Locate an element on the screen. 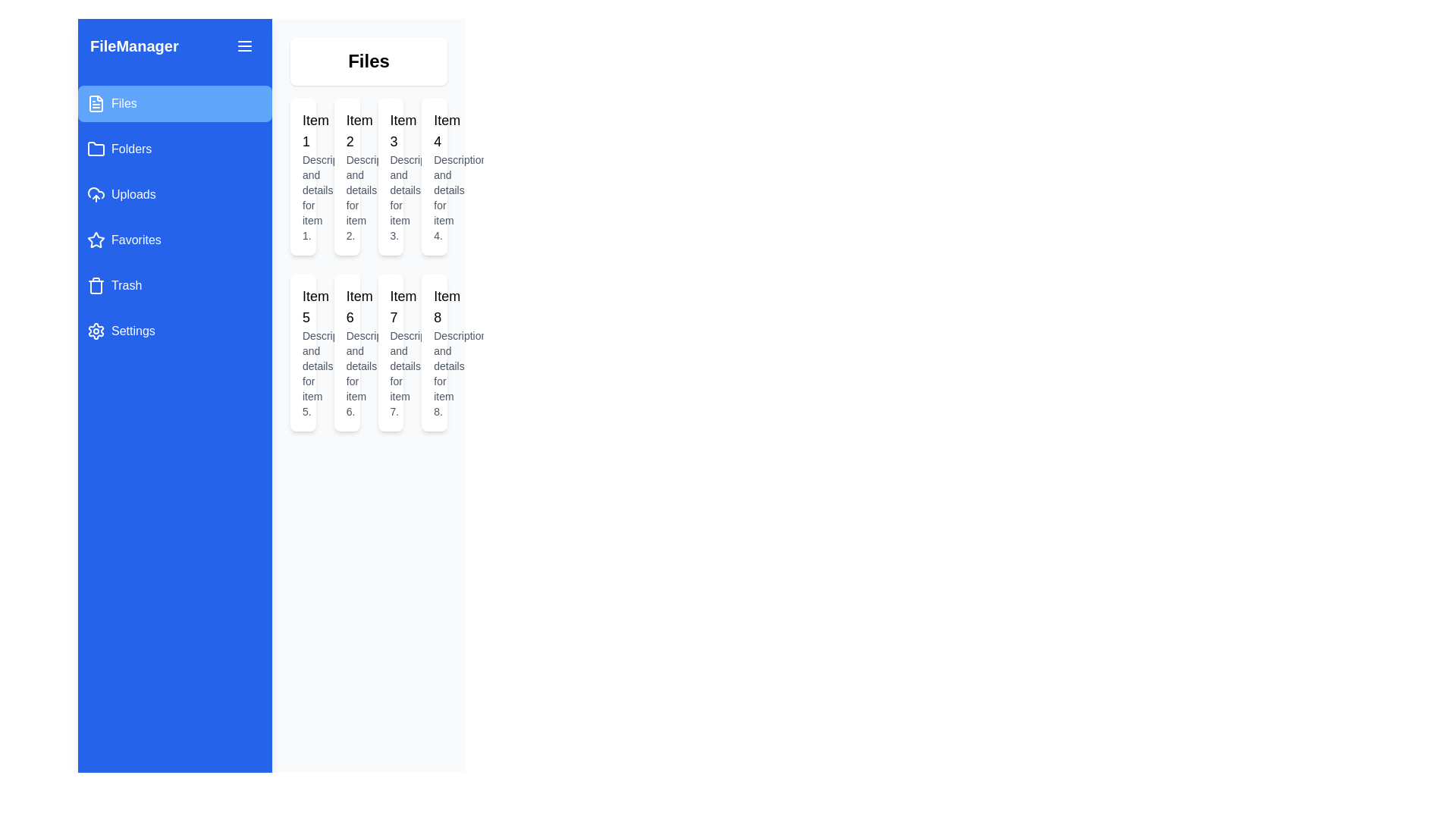 The width and height of the screenshot is (1456, 819). the Heading element located below the 'FileManager' sidebar in the file management interface to focus on it is located at coordinates (369, 61).